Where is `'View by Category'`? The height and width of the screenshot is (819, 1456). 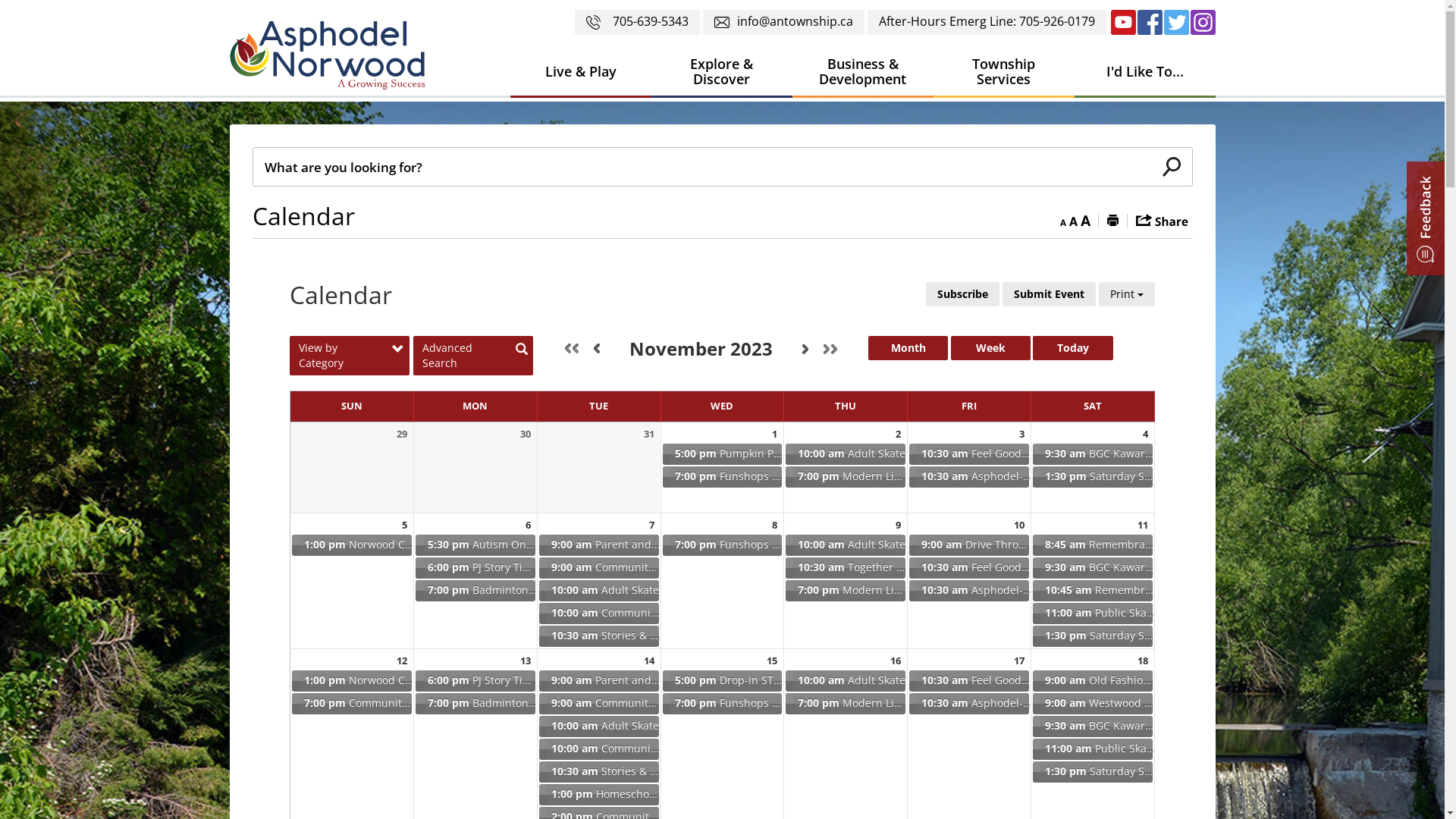
'View by Category' is located at coordinates (348, 356).